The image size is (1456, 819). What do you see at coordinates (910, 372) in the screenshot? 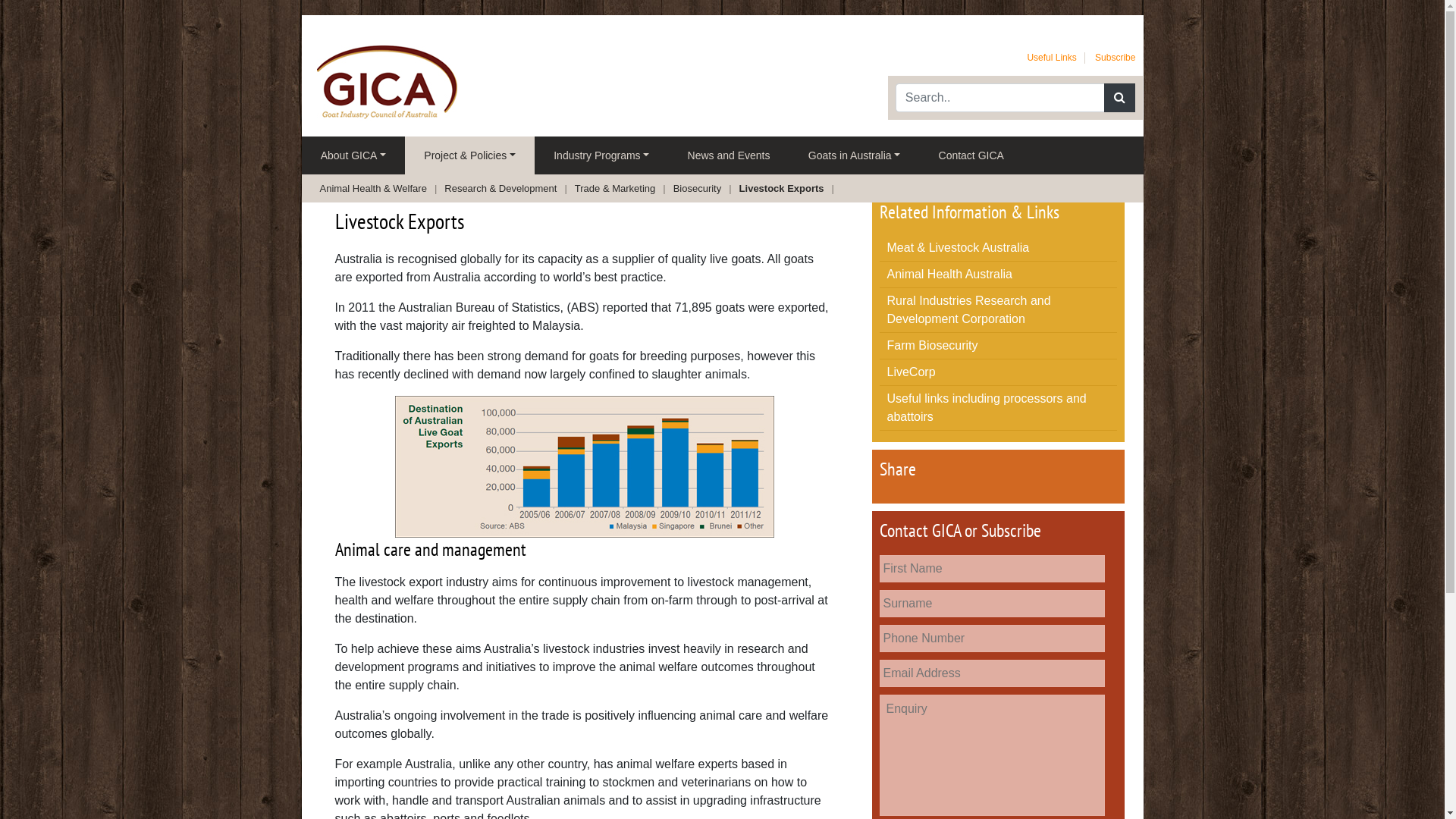
I see `'LiveCorp'` at bounding box center [910, 372].